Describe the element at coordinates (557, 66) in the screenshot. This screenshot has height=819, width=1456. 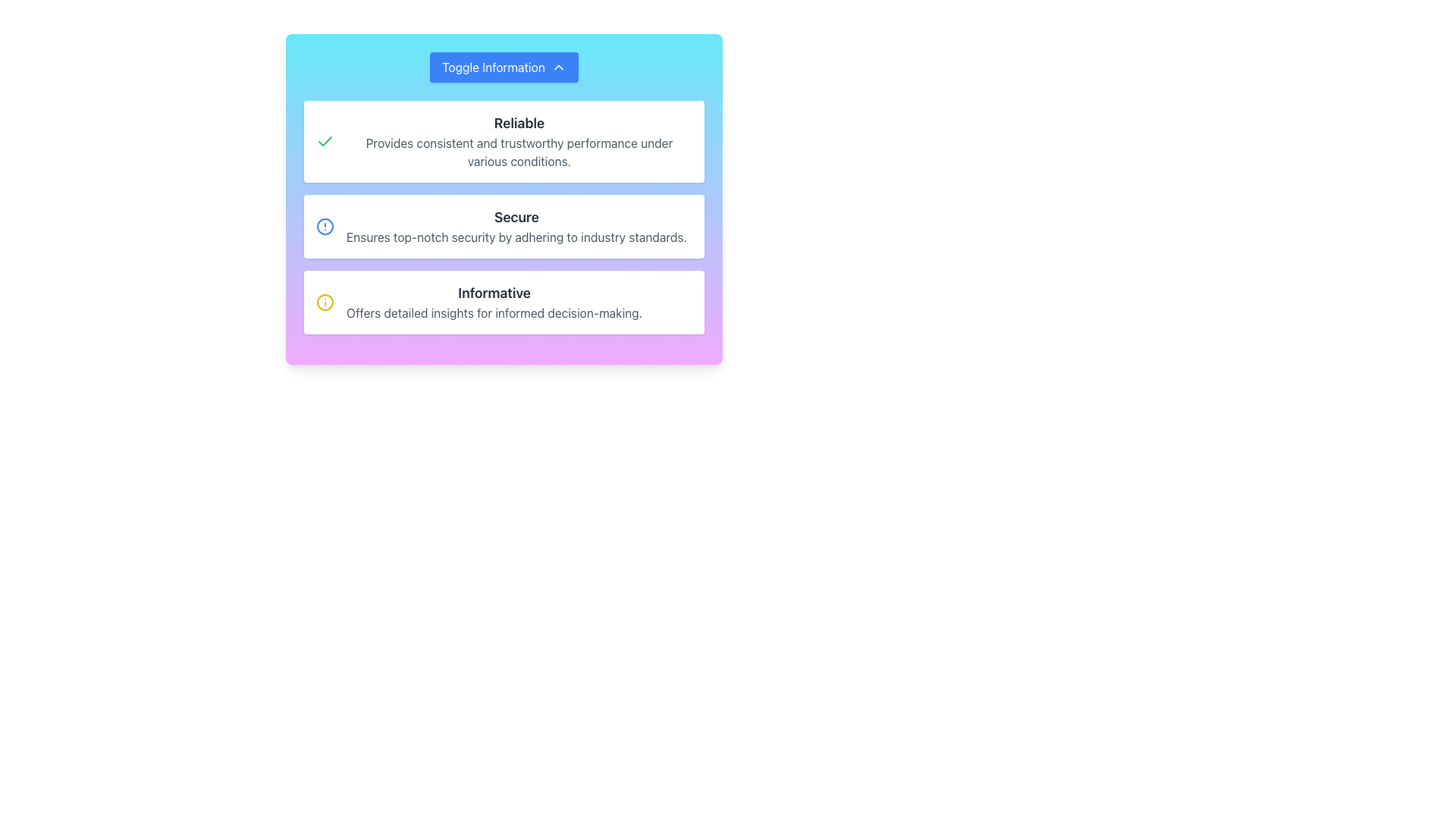
I see `the icon located inside the right edge of the blue button labeled 'Toggle Information'` at that location.